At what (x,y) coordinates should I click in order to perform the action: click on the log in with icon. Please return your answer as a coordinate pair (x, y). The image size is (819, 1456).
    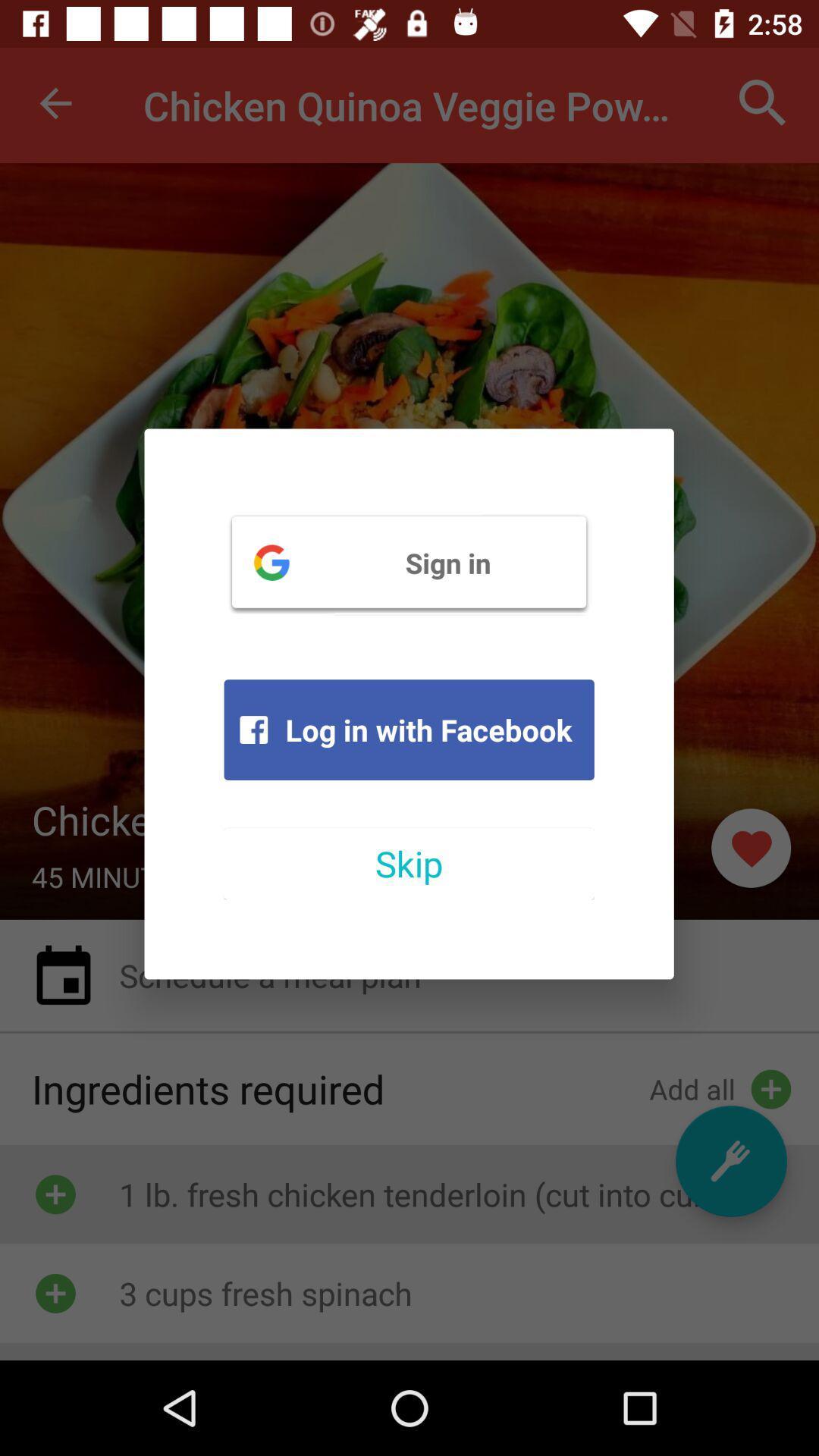
    Looking at the image, I should click on (408, 730).